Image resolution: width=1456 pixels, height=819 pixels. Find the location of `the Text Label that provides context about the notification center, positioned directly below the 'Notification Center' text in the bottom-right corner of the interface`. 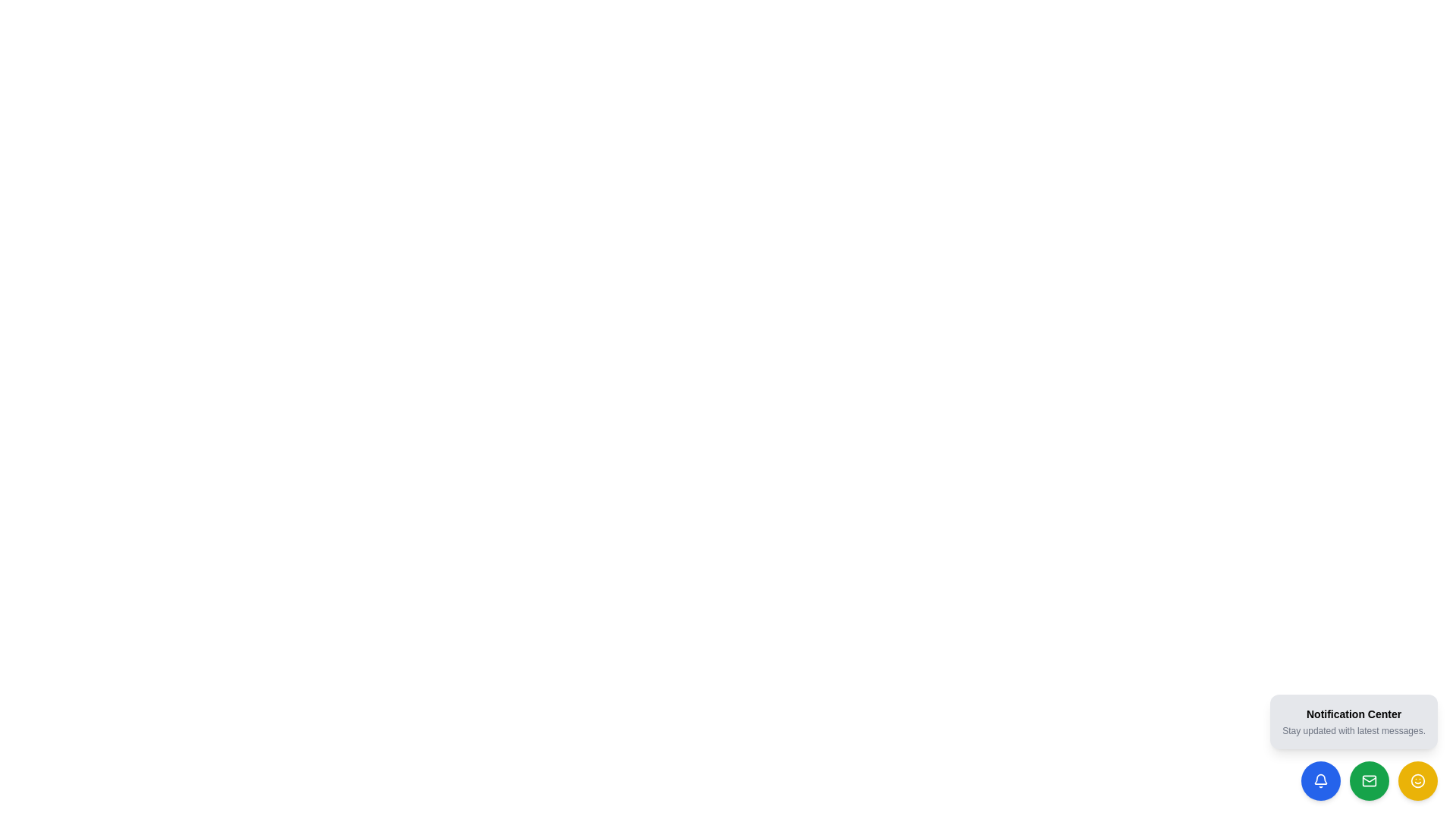

the Text Label that provides context about the notification center, positioned directly below the 'Notification Center' text in the bottom-right corner of the interface is located at coordinates (1354, 730).